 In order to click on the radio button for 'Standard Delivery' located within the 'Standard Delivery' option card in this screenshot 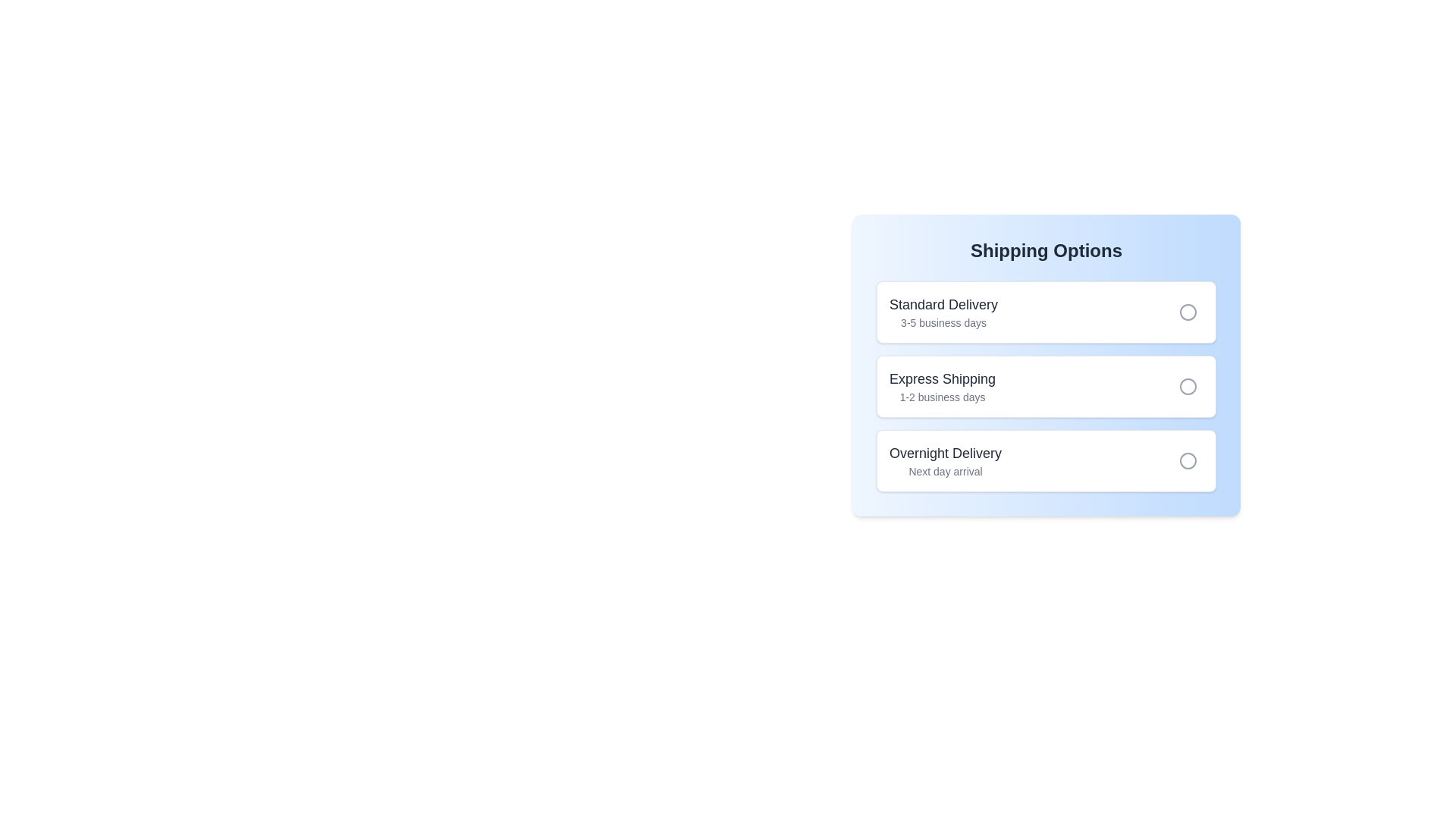, I will do `click(1187, 312)`.